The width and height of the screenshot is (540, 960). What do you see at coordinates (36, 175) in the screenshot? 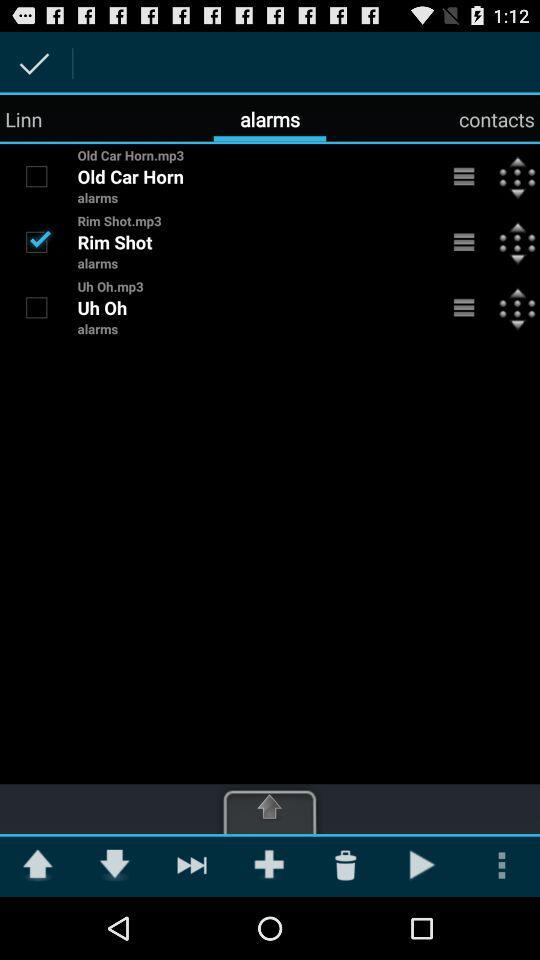
I see `checkmark box` at bounding box center [36, 175].